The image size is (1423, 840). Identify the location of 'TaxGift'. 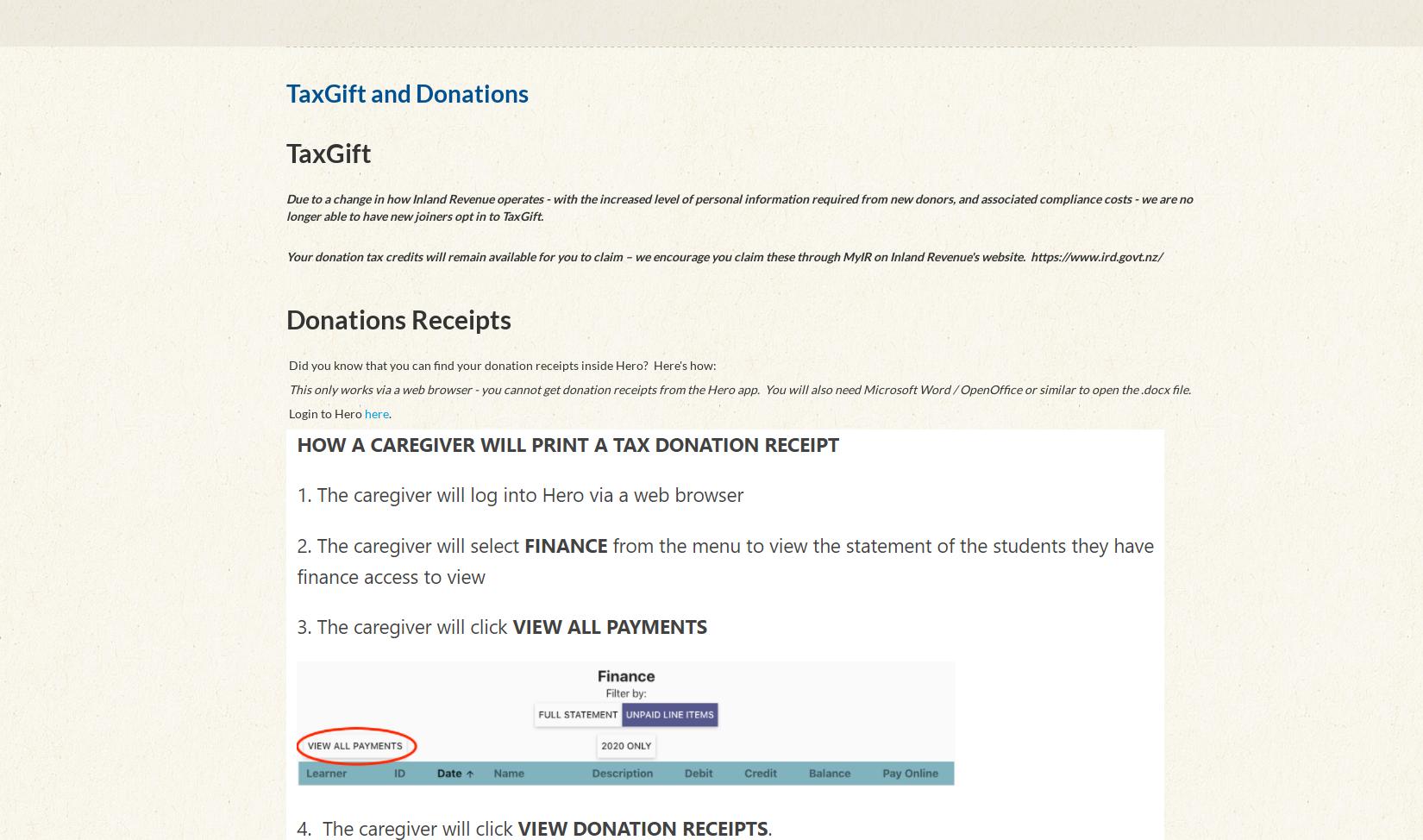
(329, 152).